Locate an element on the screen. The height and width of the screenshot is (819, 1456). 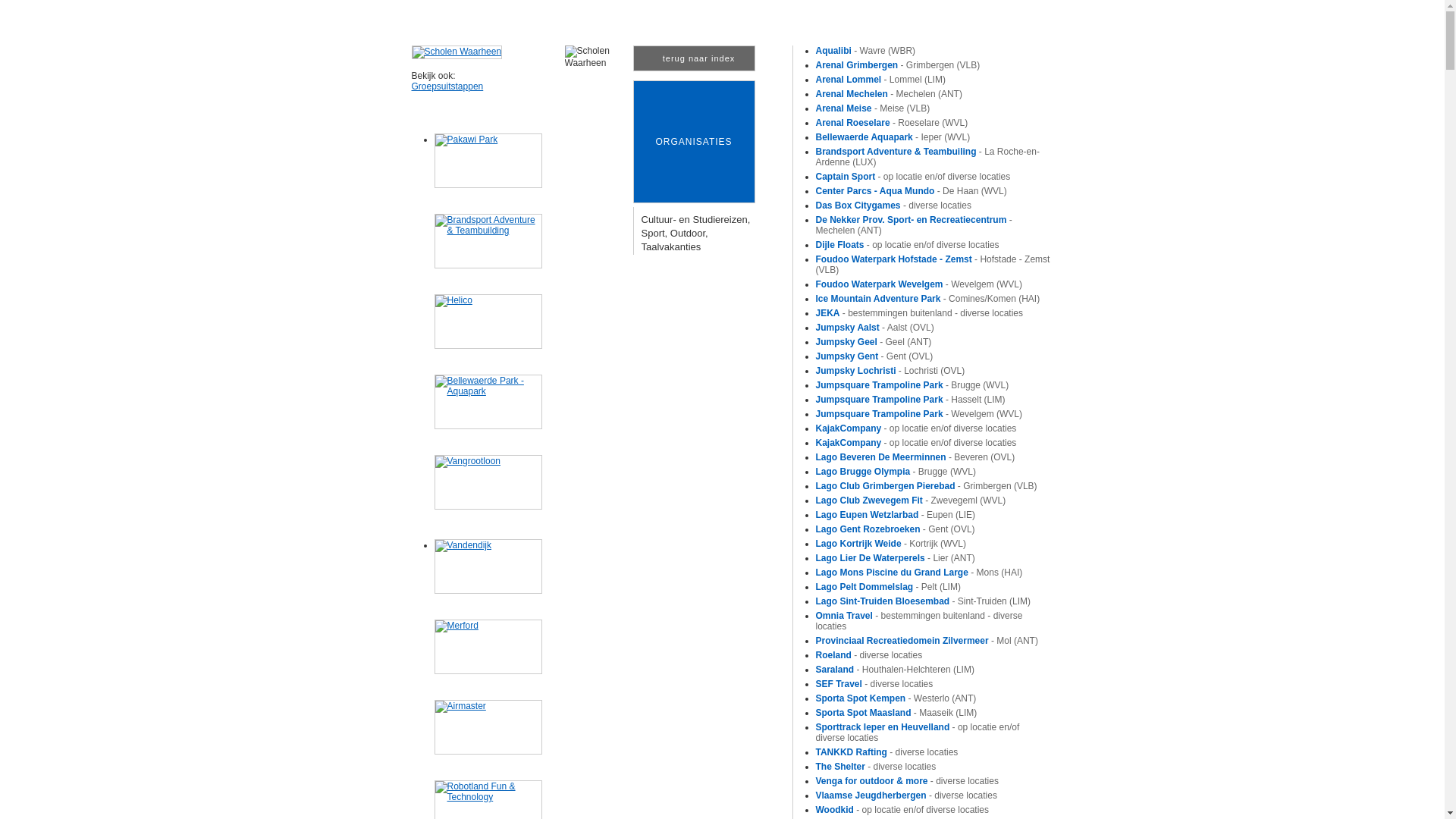
'Helico' is located at coordinates (488, 321).